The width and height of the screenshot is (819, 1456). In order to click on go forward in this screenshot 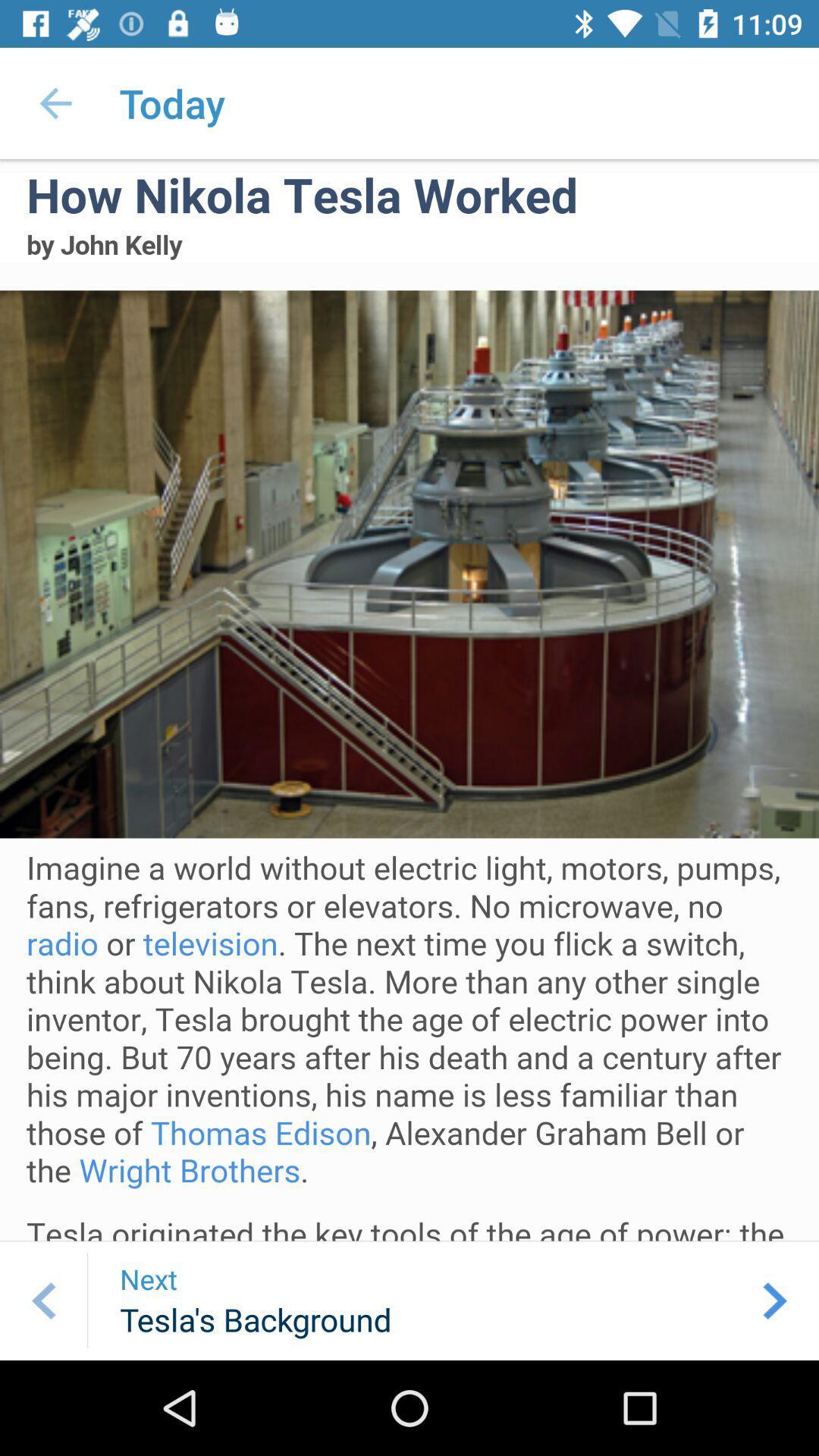, I will do `click(775, 1300)`.